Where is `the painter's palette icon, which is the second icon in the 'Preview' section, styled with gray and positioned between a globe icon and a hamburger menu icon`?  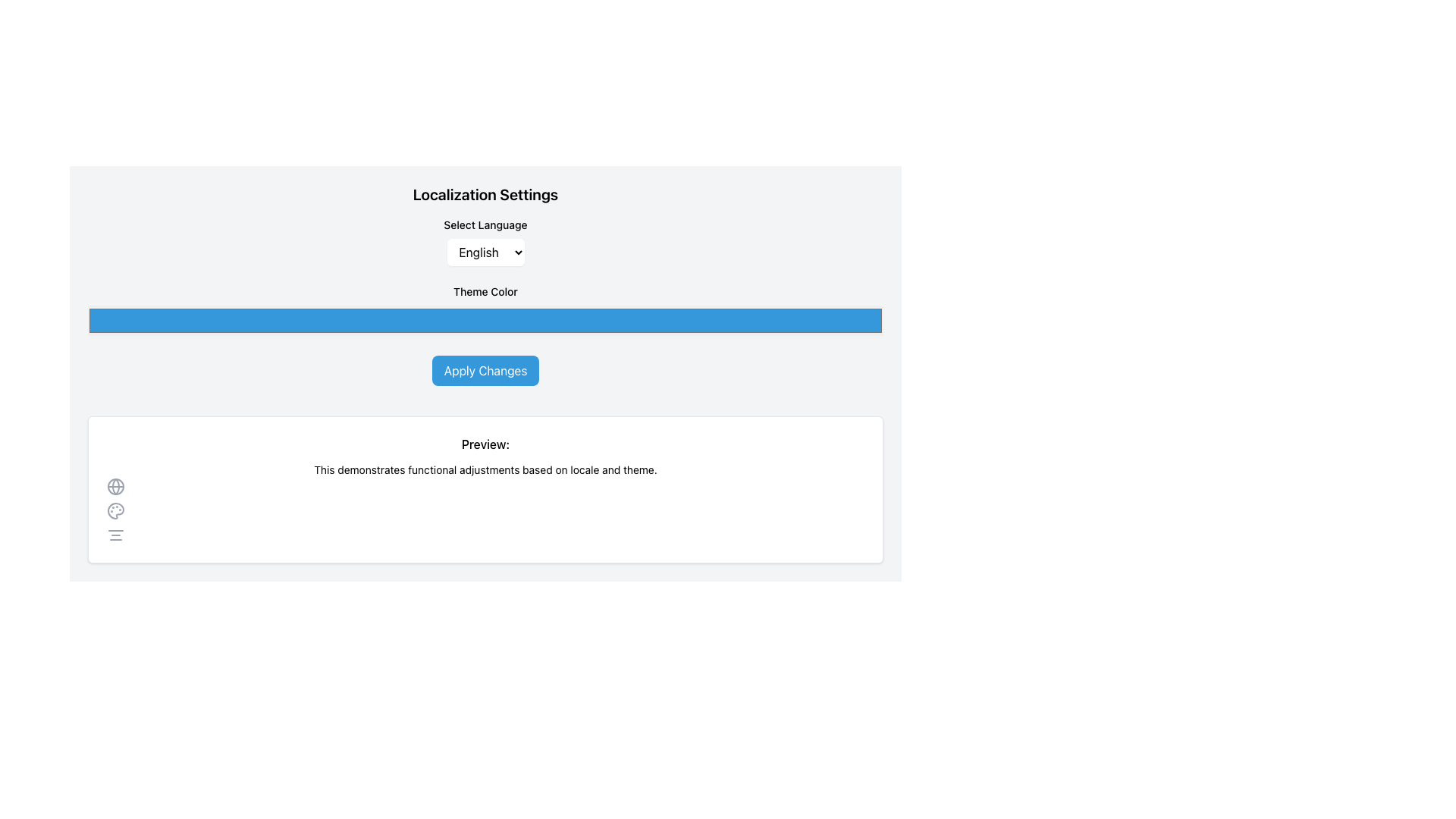
the painter's palette icon, which is the second icon in the 'Preview' section, styled with gray and positioned between a globe icon and a hamburger menu icon is located at coordinates (115, 511).